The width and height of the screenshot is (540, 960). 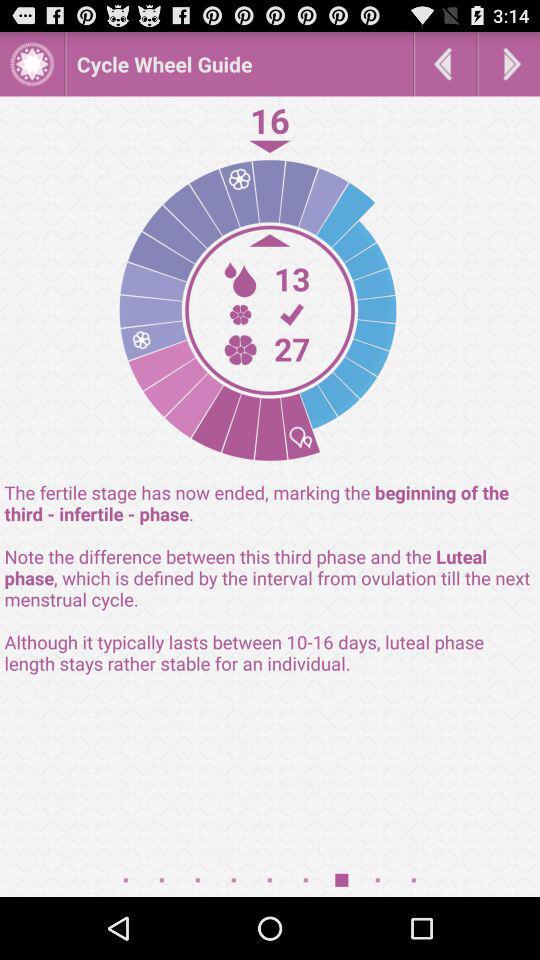 I want to click on the arrow_backward icon, so click(x=445, y=68).